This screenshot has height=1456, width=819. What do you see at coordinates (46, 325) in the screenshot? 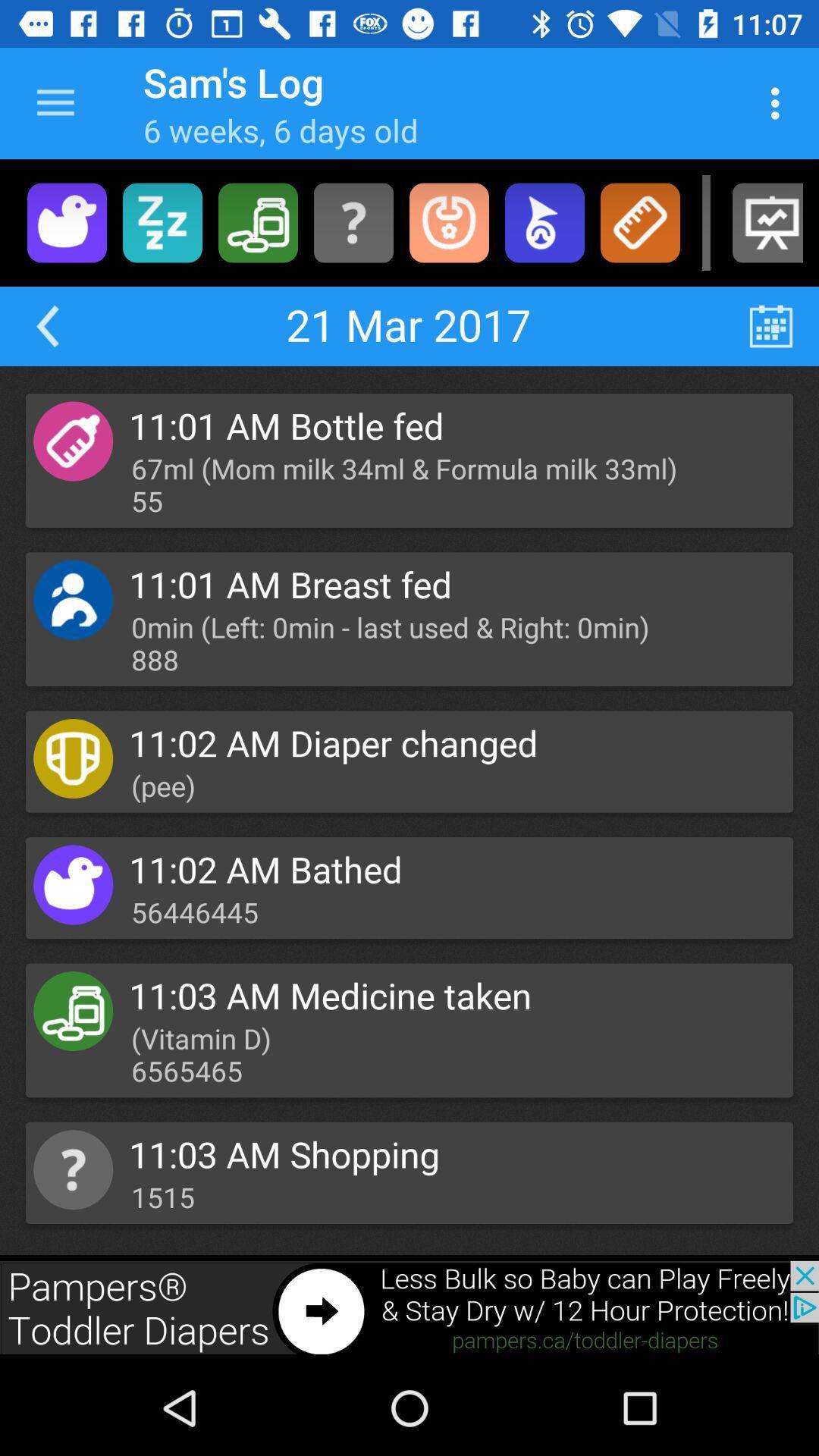
I see `the arrow_backward icon` at bounding box center [46, 325].